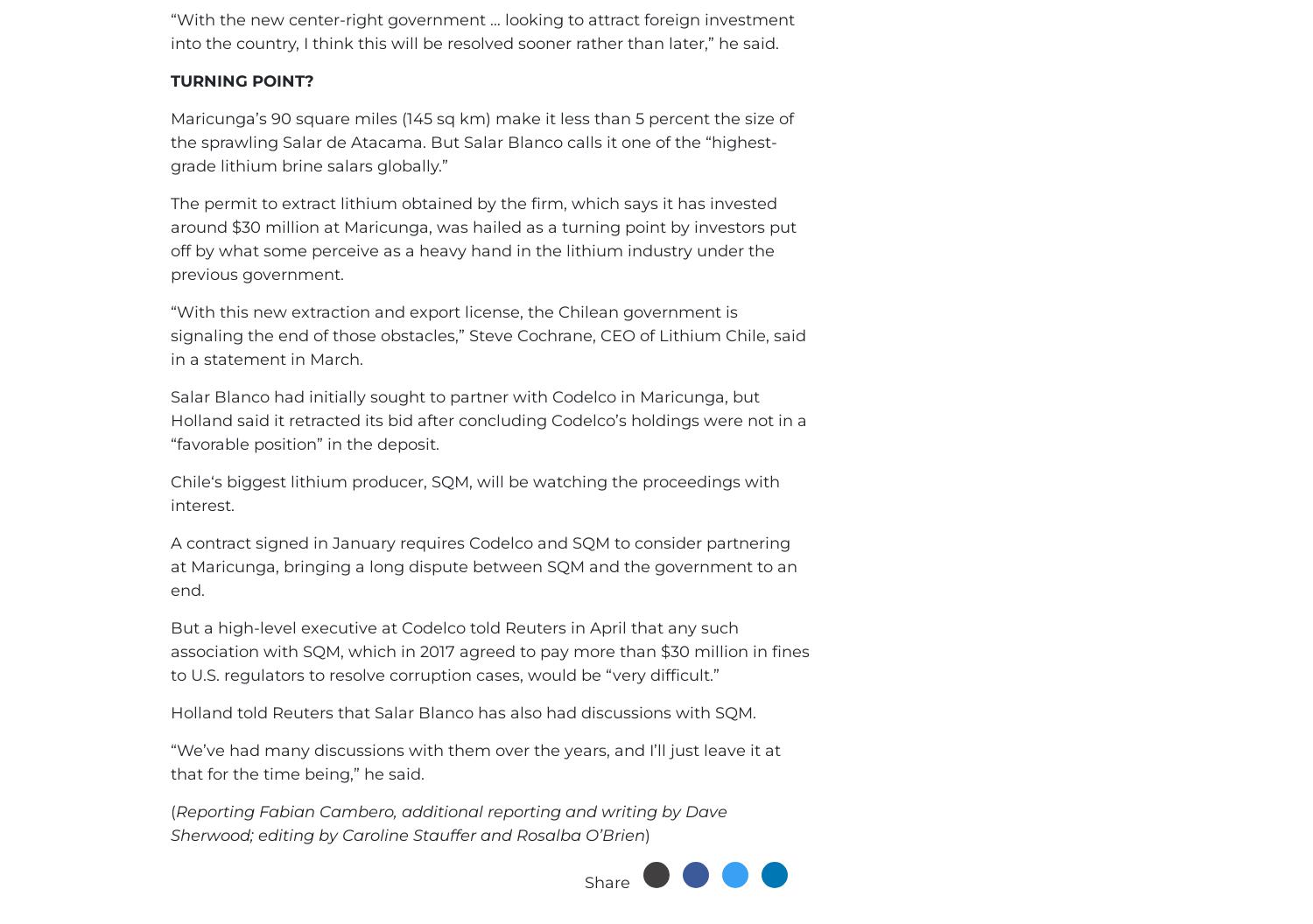 This screenshot has width=1313, height=924. What do you see at coordinates (170, 239) in the screenshot?
I see `'The permit to extract lithium obtained by the firm, which says it has invested around $30 million at Maricunga, was hailed as a turning point by investors put off by what some perceive as a heavy hand in the lithium industry under the previous government.'` at bounding box center [170, 239].